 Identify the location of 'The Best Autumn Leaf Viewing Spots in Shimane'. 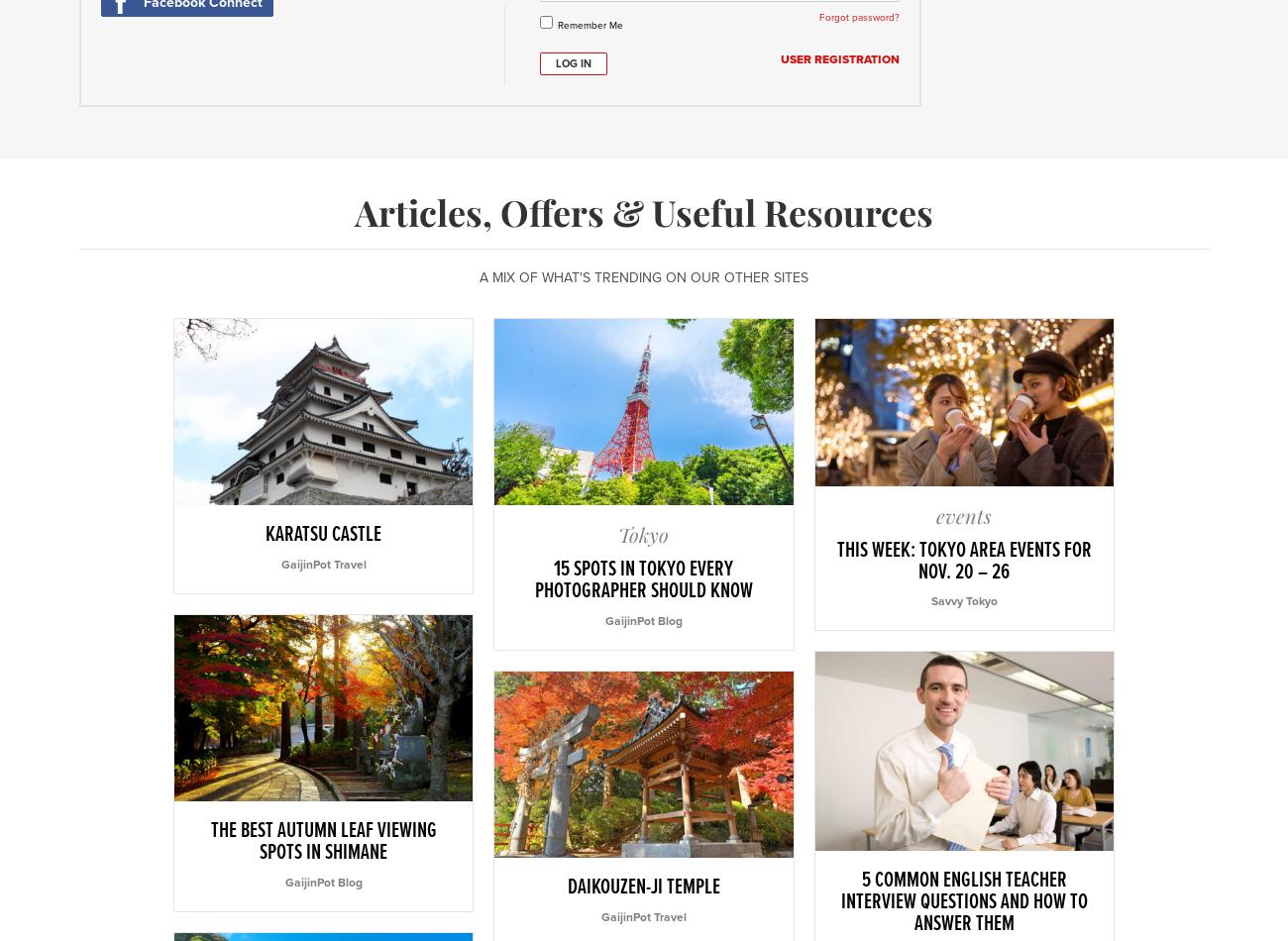
(322, 841).